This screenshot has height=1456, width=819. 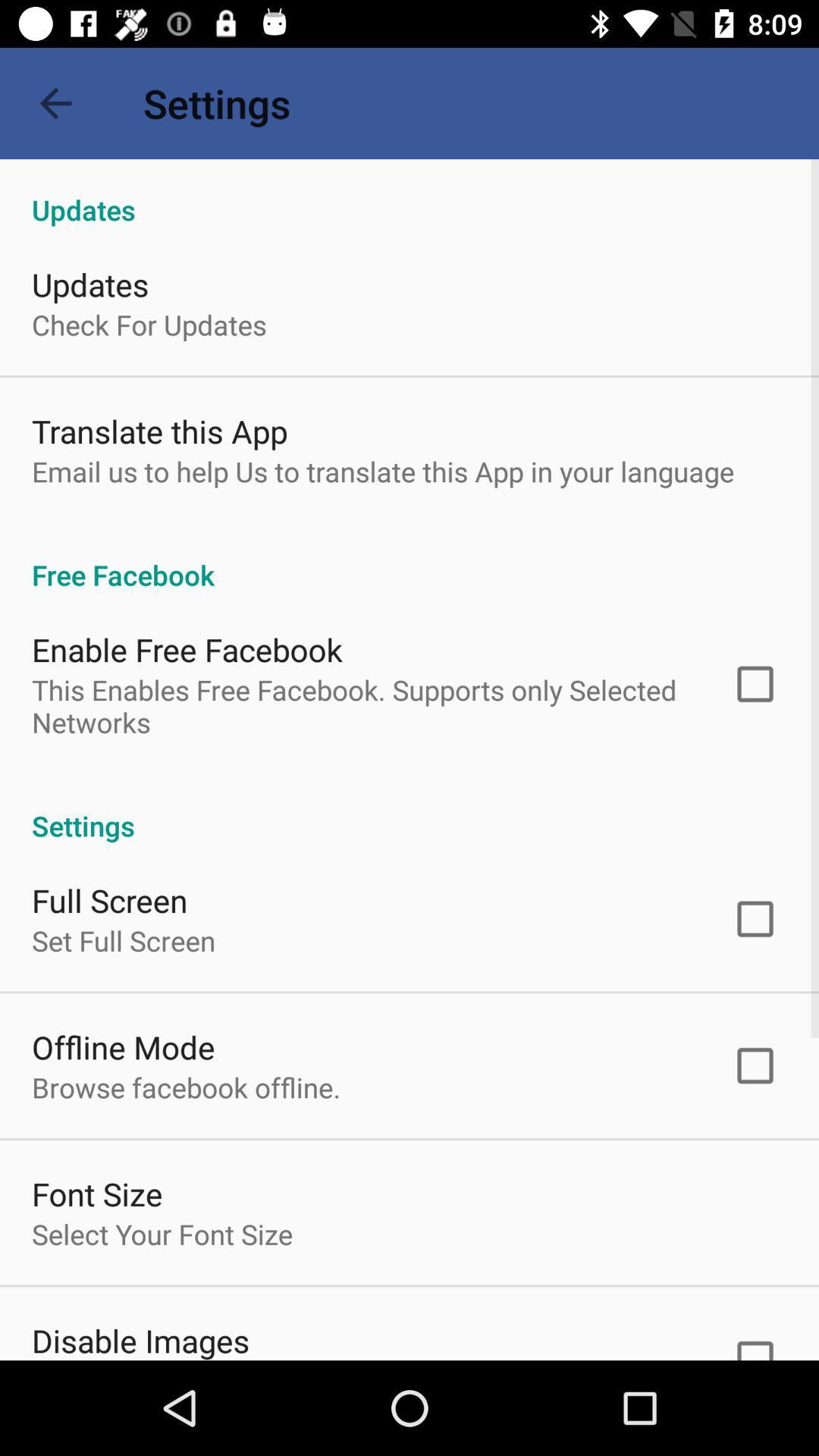 What do you see at coordinates (149, 324) in the screenshot?
I see `the check for updates item` at bounding box center [149, 324].